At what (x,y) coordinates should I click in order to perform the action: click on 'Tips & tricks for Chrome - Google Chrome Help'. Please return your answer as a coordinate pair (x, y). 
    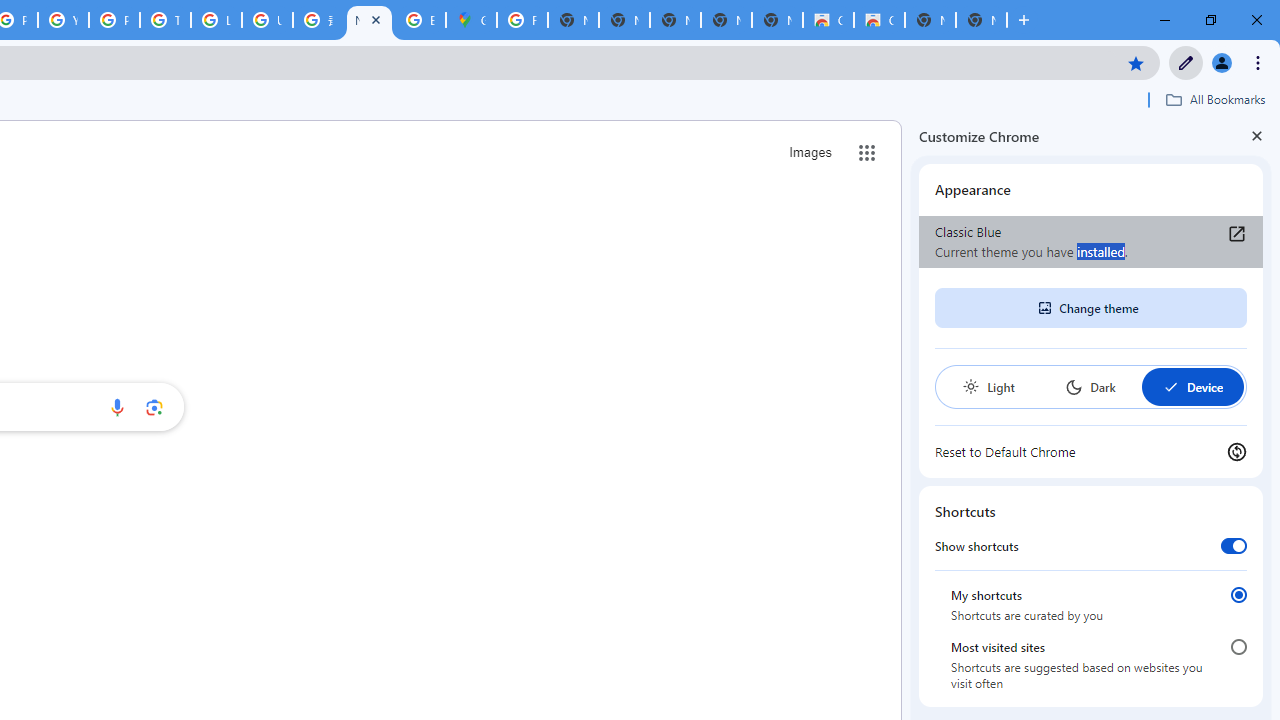
    Looking at the image, I should click on (165, 20).